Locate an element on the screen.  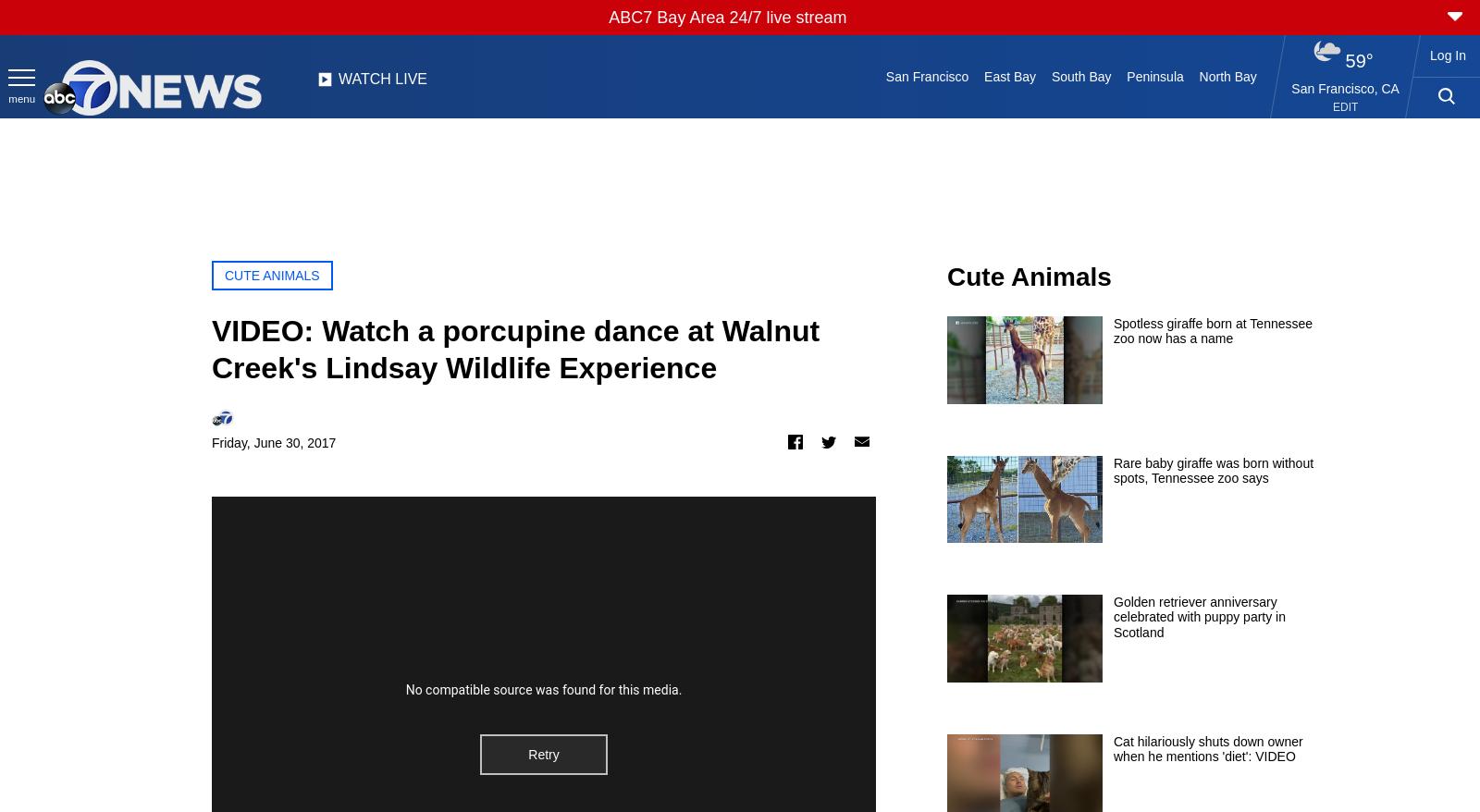
'WATCH' is located at coordinates (364, 78).